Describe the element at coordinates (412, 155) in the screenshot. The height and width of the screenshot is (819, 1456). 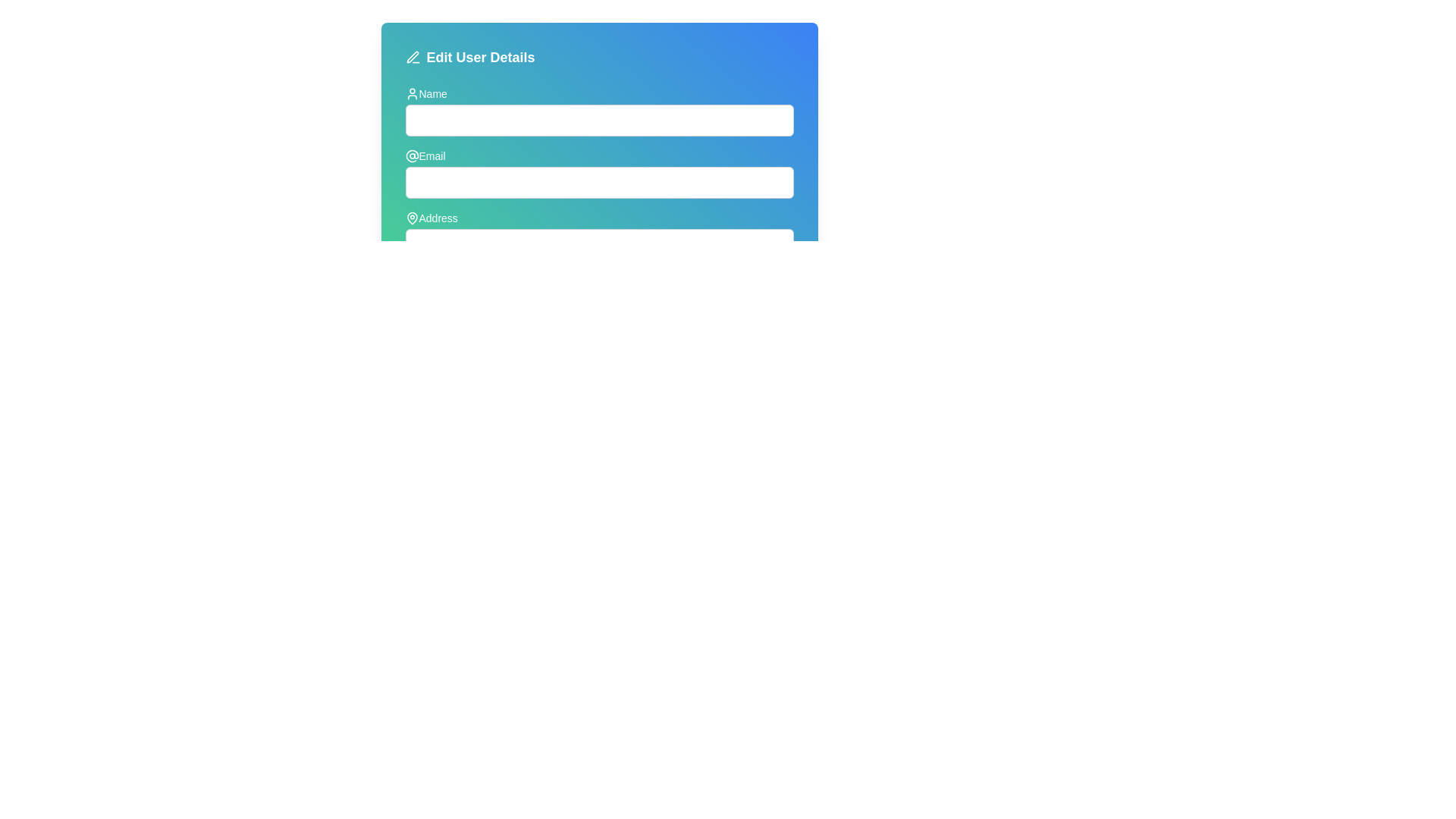
I see `the email icon located in the second row of the form, directly adjacent to the label 'Email'` at that location.